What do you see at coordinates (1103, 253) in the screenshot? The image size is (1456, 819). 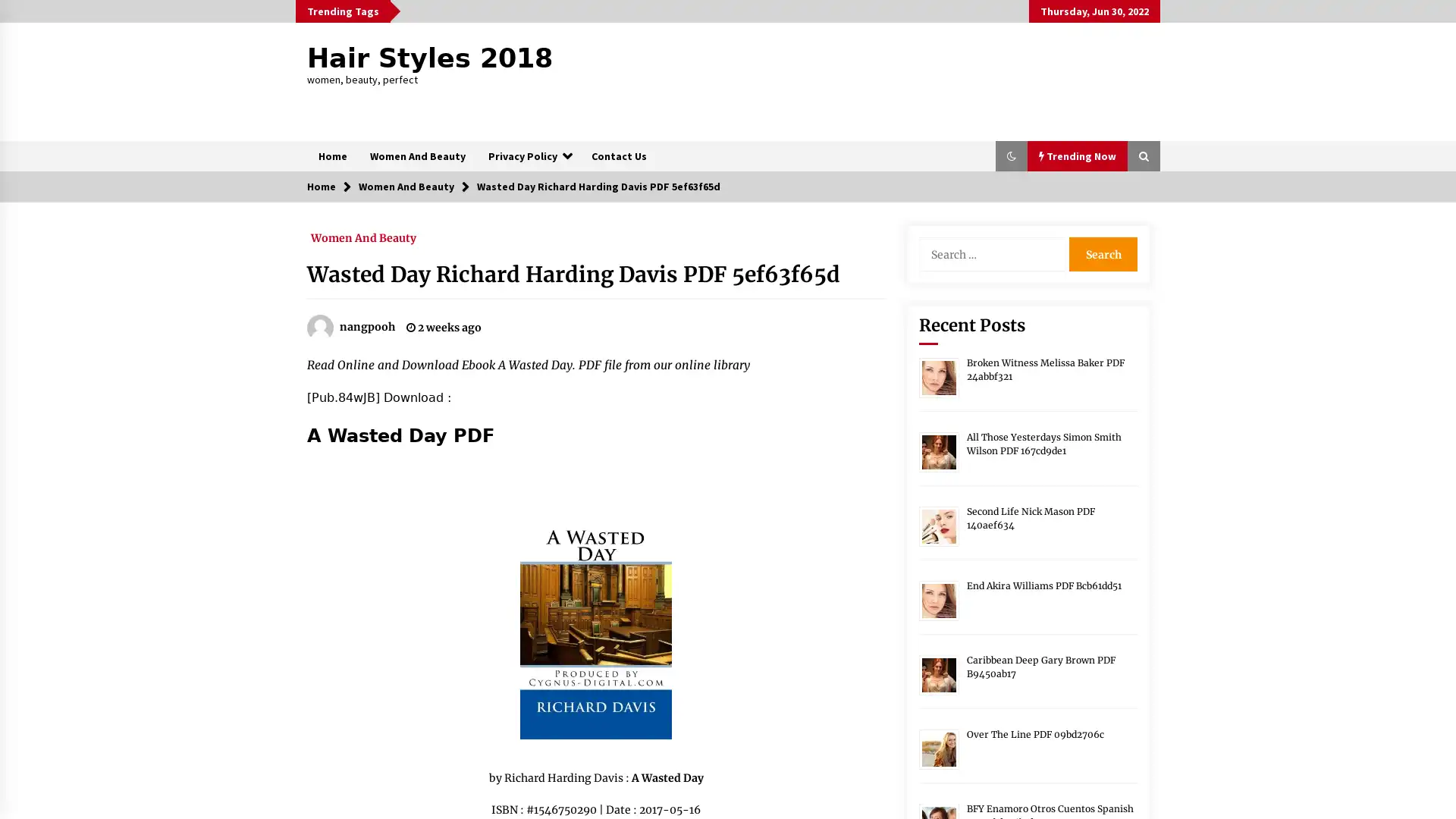 I see `Search` at bounding box center [1103, 253].